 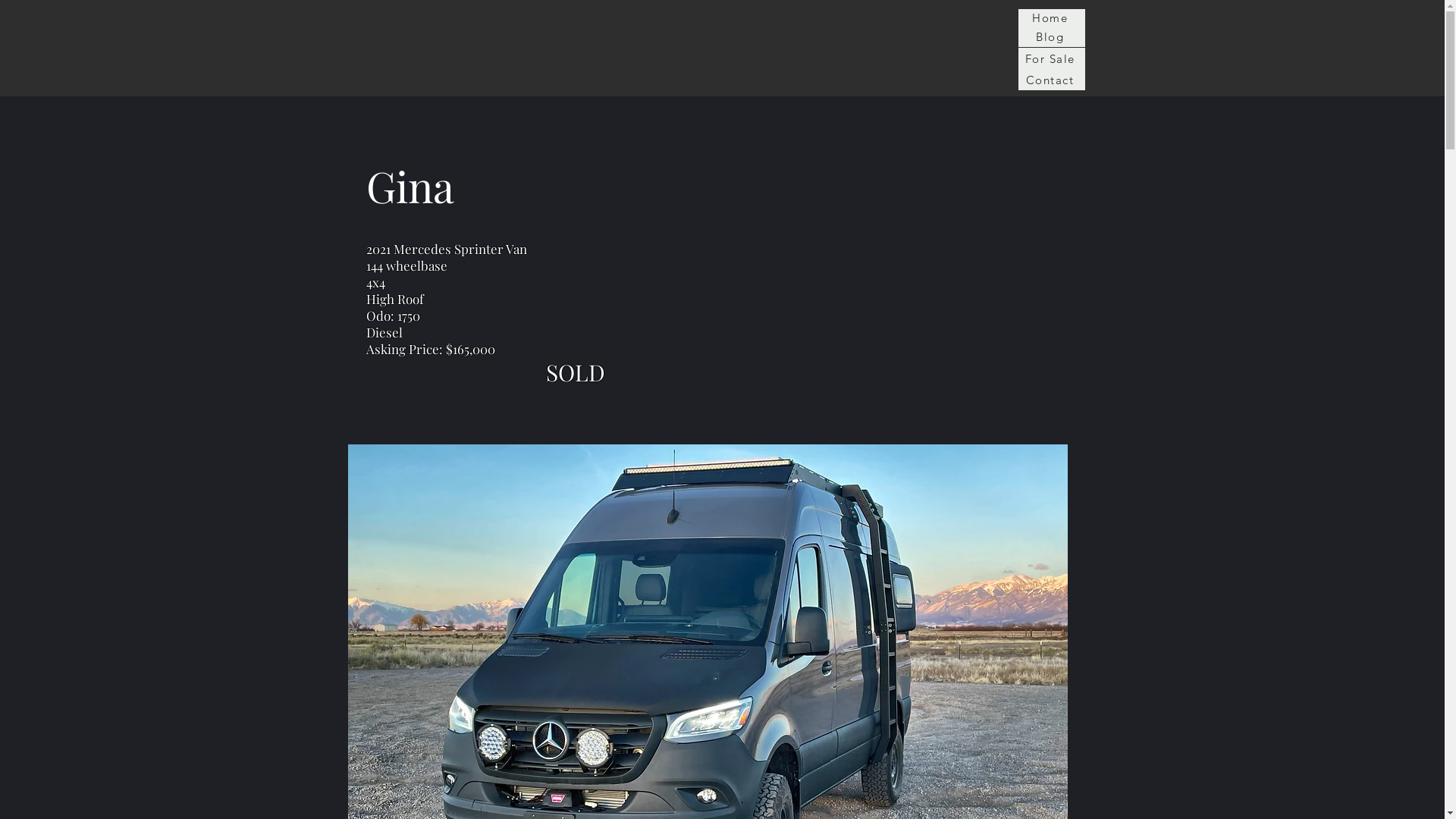 I want to click on 'Home', so click(x=1050, y=17).